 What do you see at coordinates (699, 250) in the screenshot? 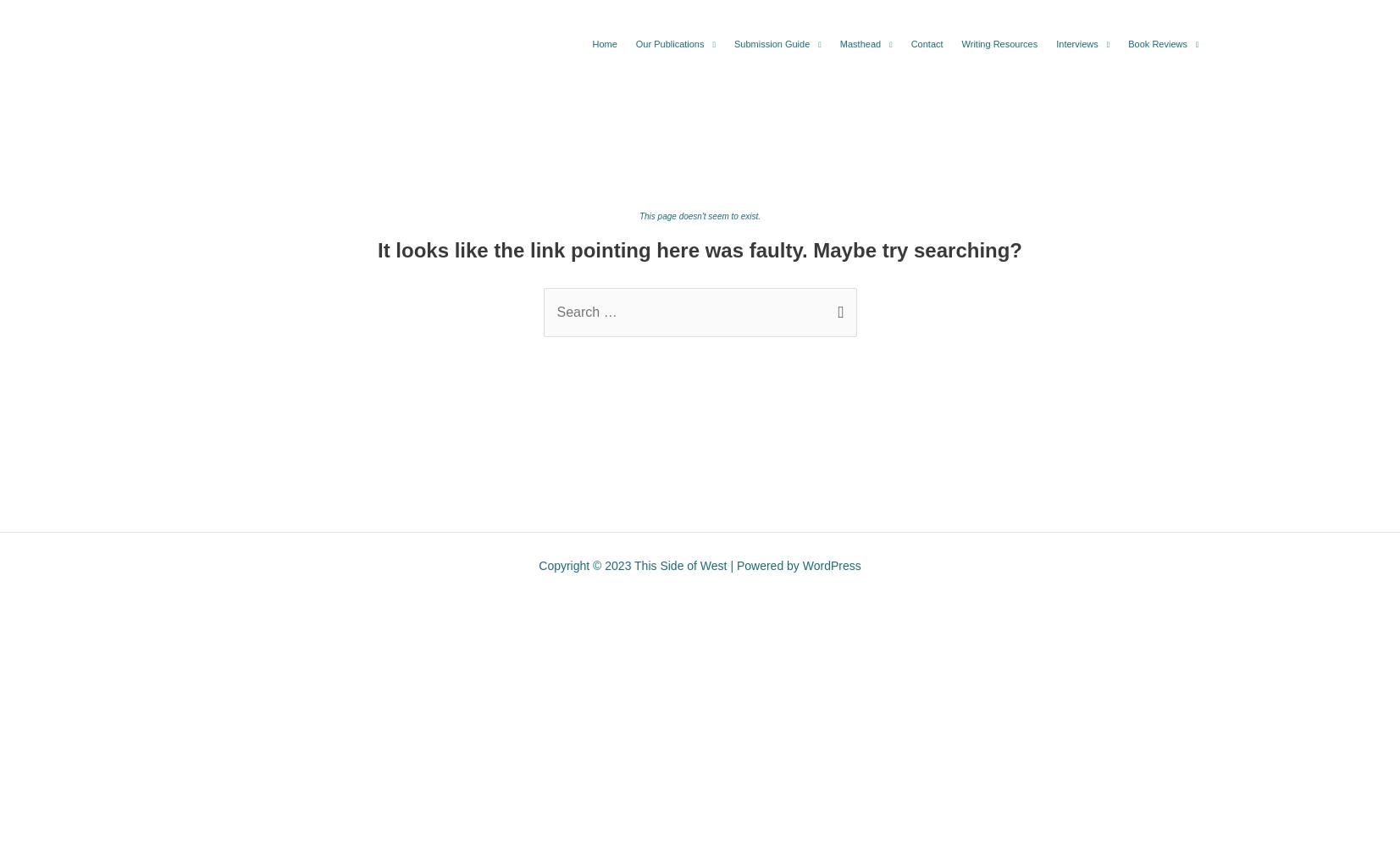
I see `'It looks like the link pointing here was faulty. Maybe try searching?'` at bounding box center [699, 250].